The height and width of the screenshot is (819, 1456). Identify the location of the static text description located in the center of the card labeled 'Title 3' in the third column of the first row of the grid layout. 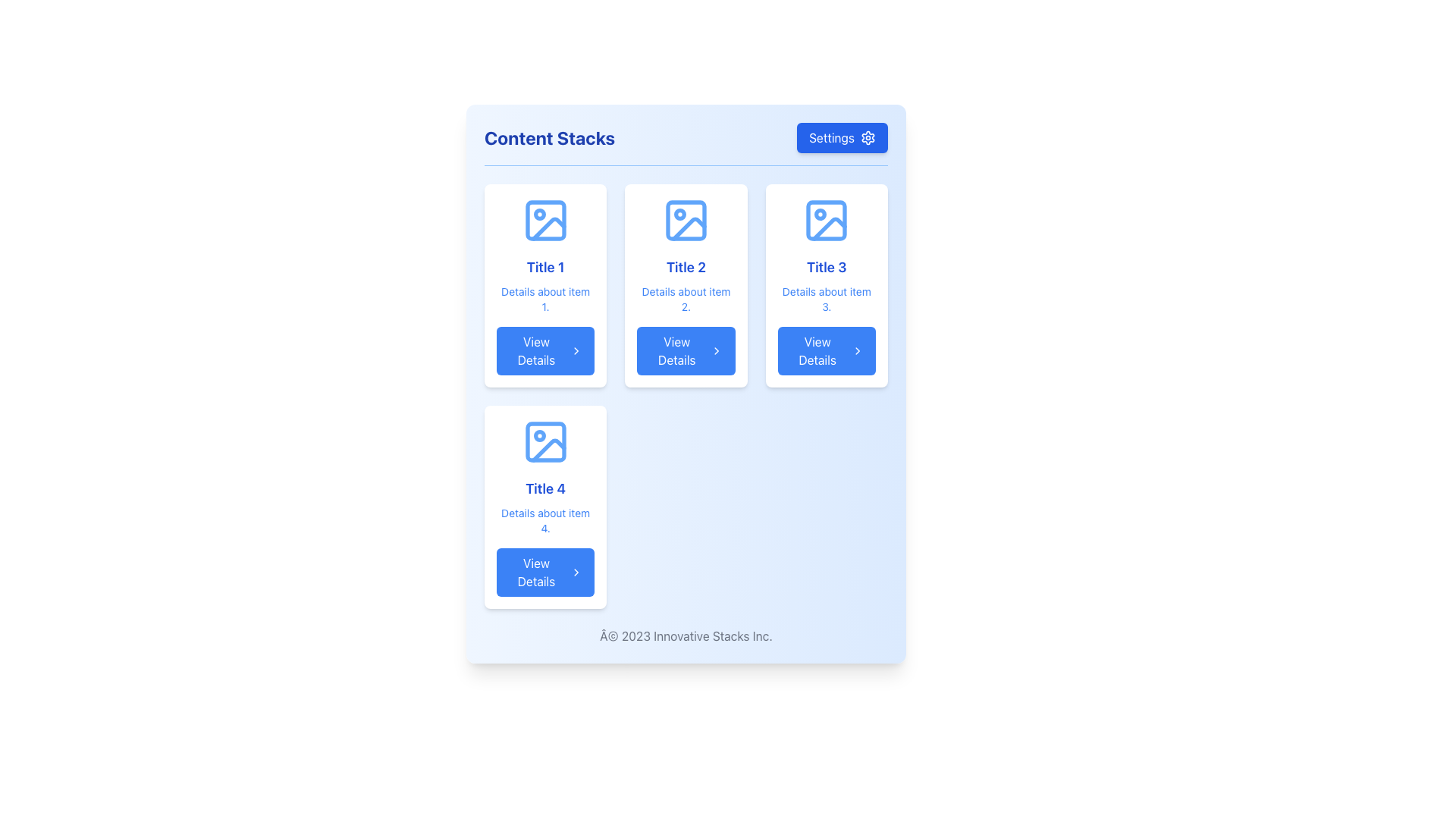
(826, 299).